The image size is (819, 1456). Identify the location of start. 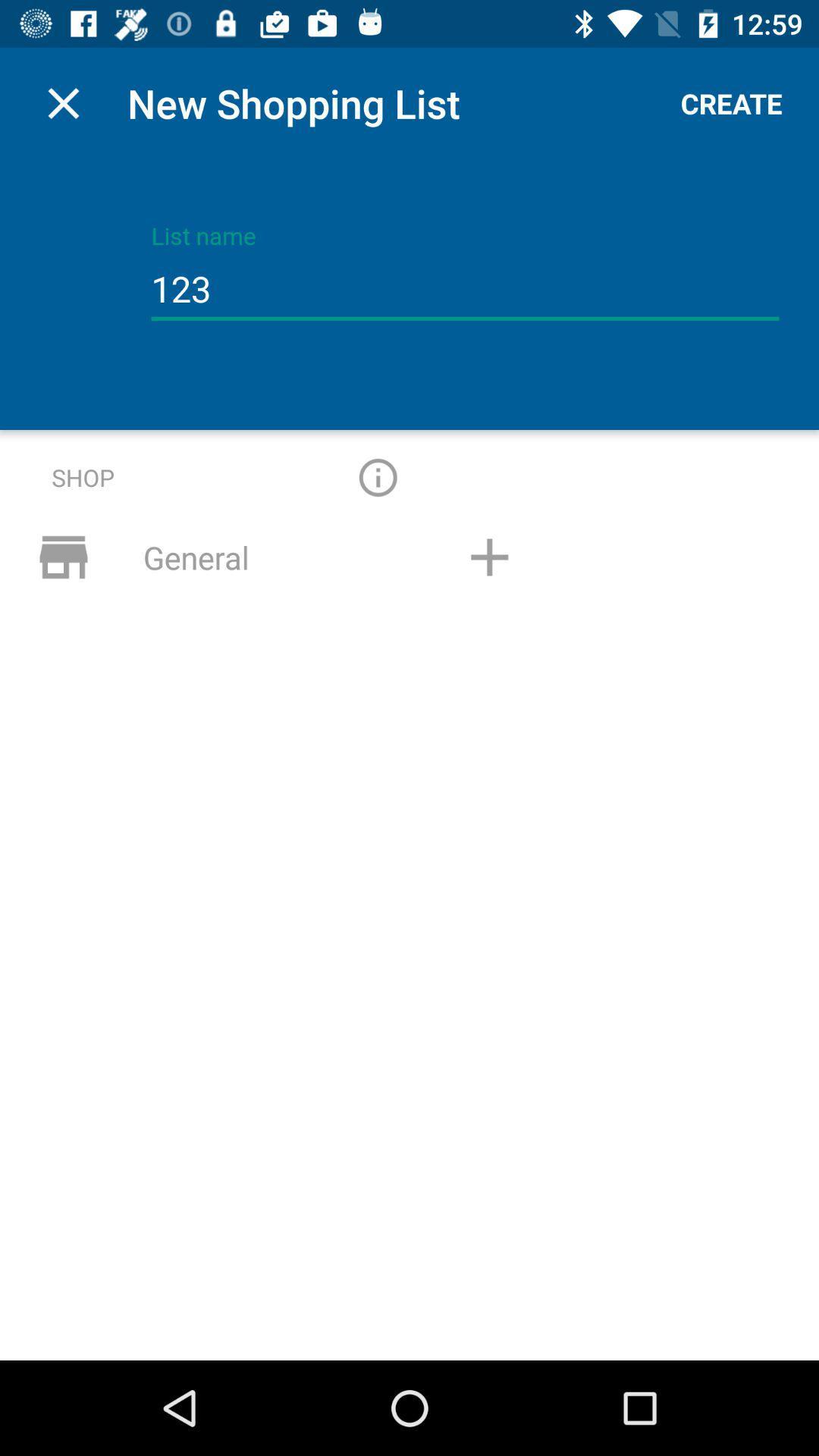
(377, 476).